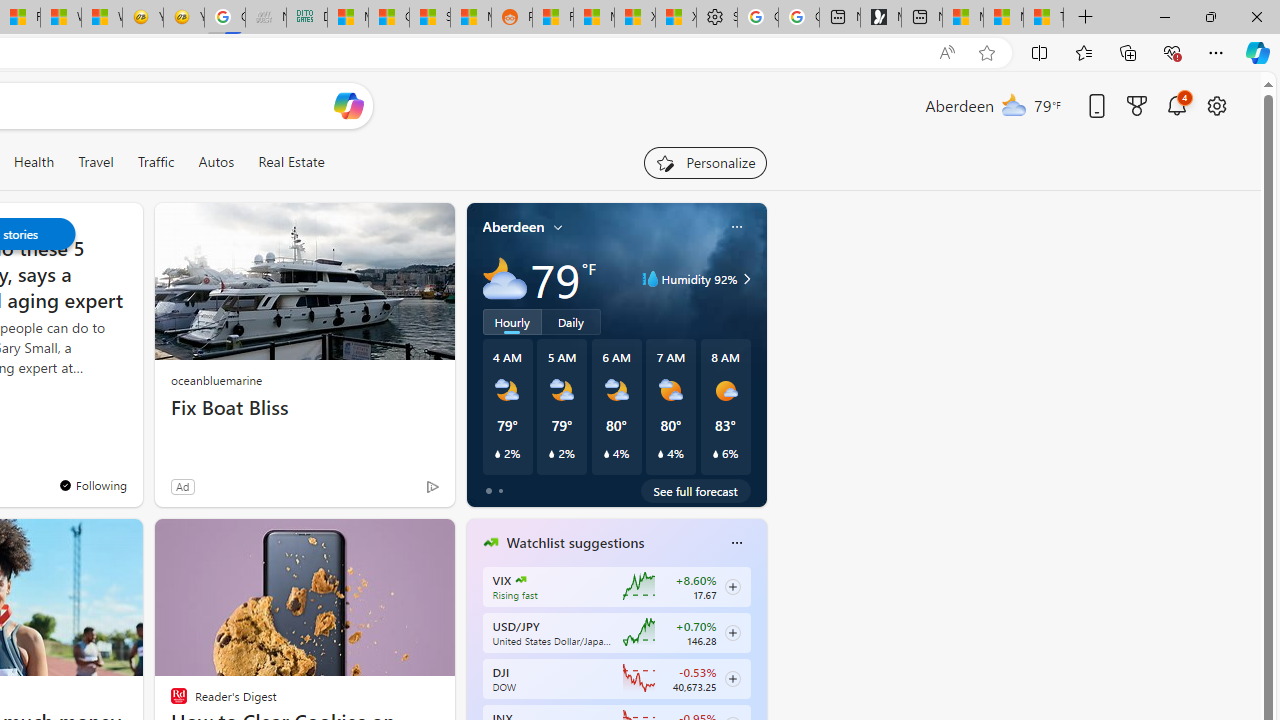  What do you see at coordinates (154, 161) in the screenshot?
I see `'Traffic'` at bounding box center [154, 161].